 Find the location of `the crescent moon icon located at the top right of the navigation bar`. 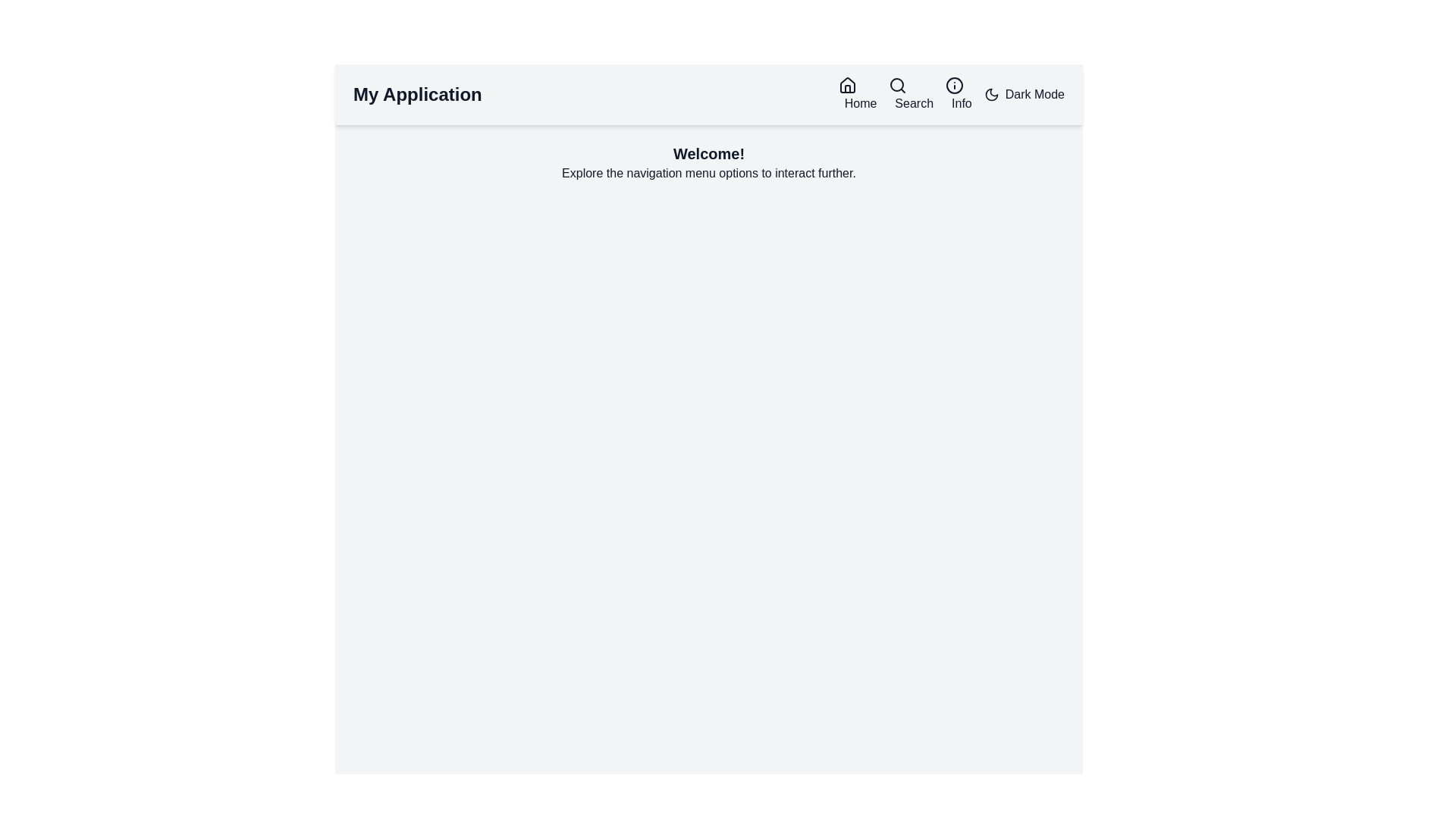

the crescent moon icon located at the top right of the navigation bar is located at coordinates (991, 94).